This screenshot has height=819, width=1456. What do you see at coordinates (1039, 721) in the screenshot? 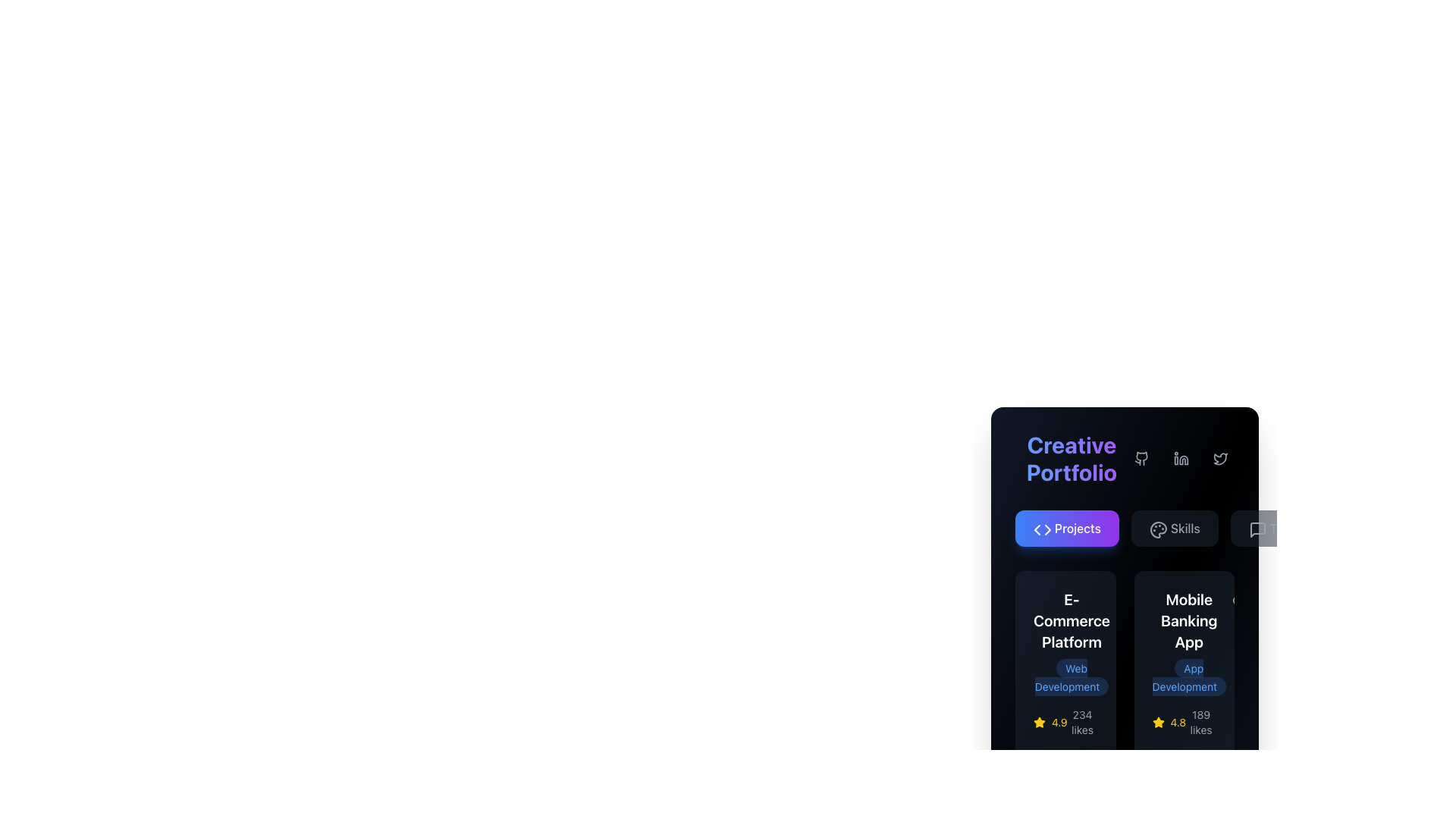
I see `the yellow star icon indicating a 4.8 rating in the Mobile Banking App section` at bounding box center [1039, 721].